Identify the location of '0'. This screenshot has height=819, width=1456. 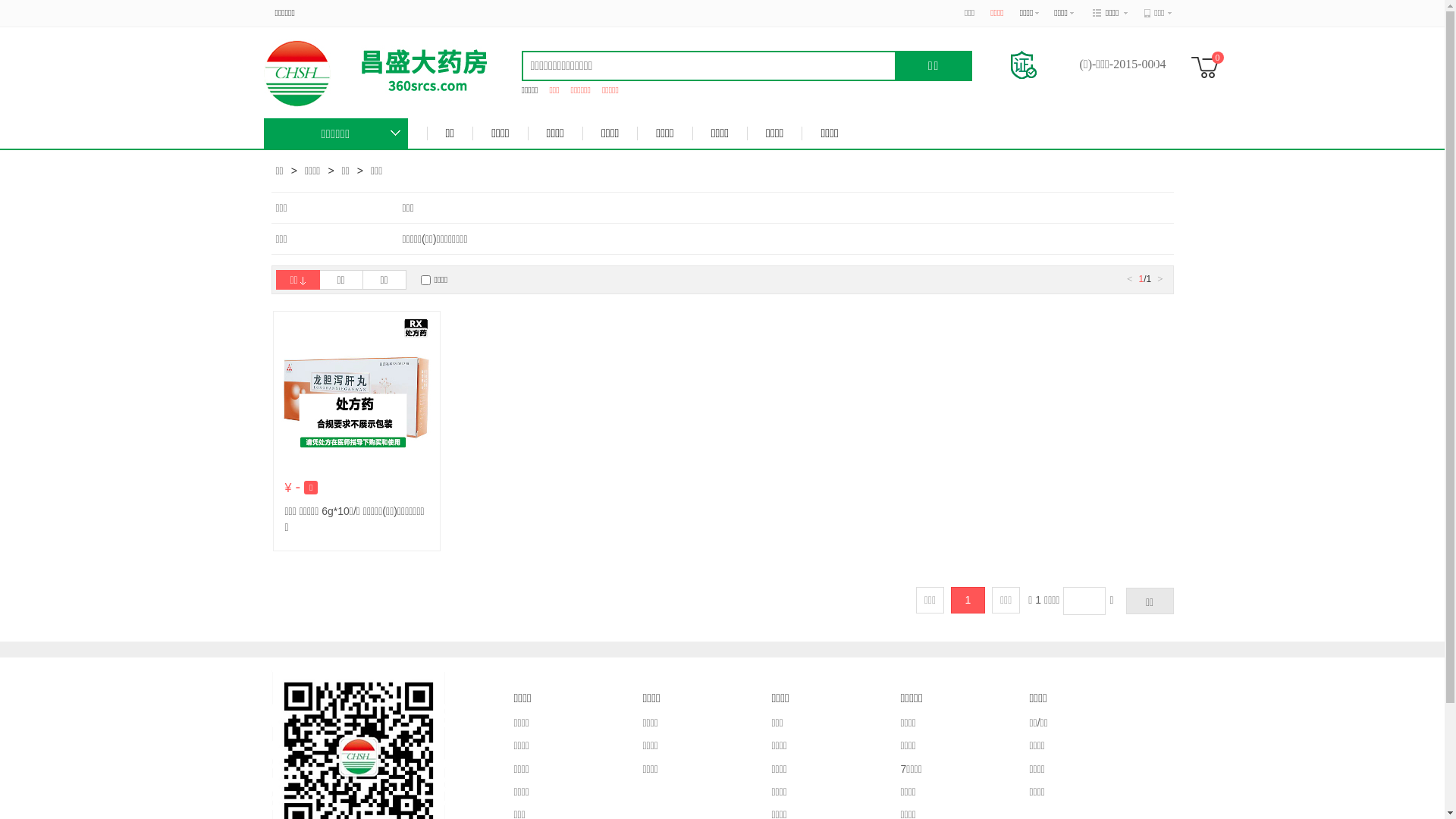
(1209, 66).